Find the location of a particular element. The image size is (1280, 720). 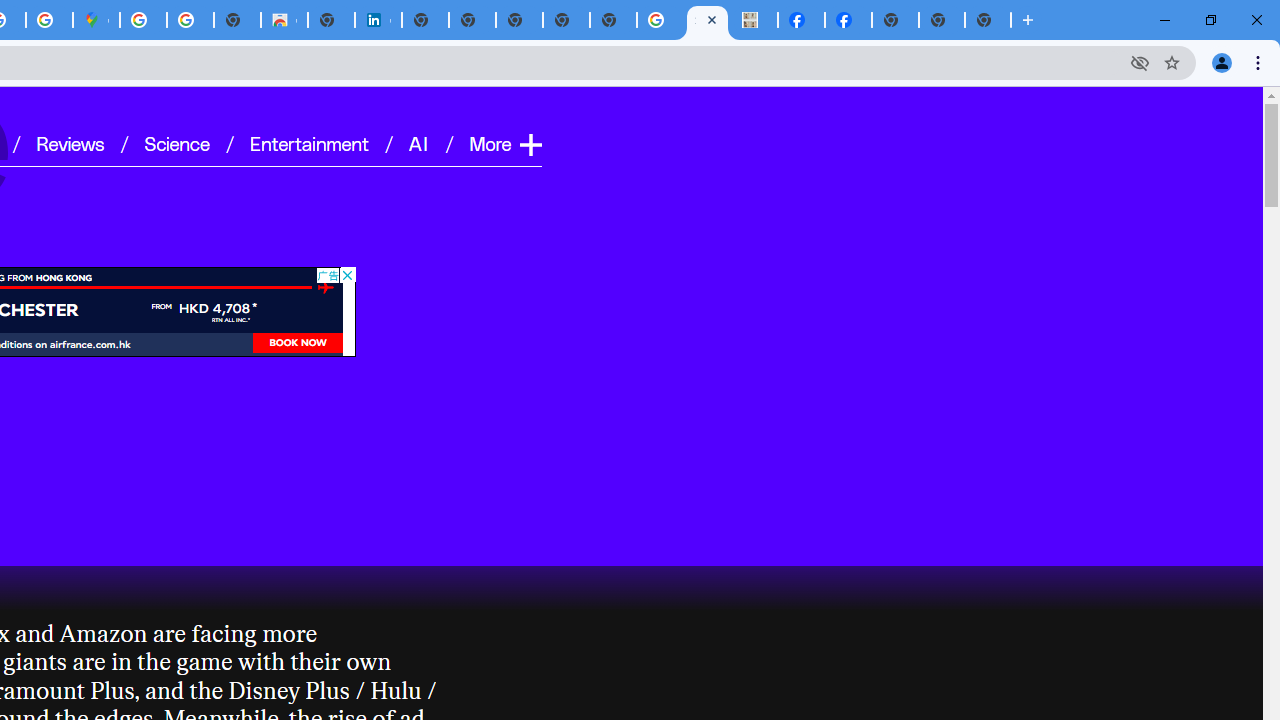

'AI' is located at coordinates (418, 141).